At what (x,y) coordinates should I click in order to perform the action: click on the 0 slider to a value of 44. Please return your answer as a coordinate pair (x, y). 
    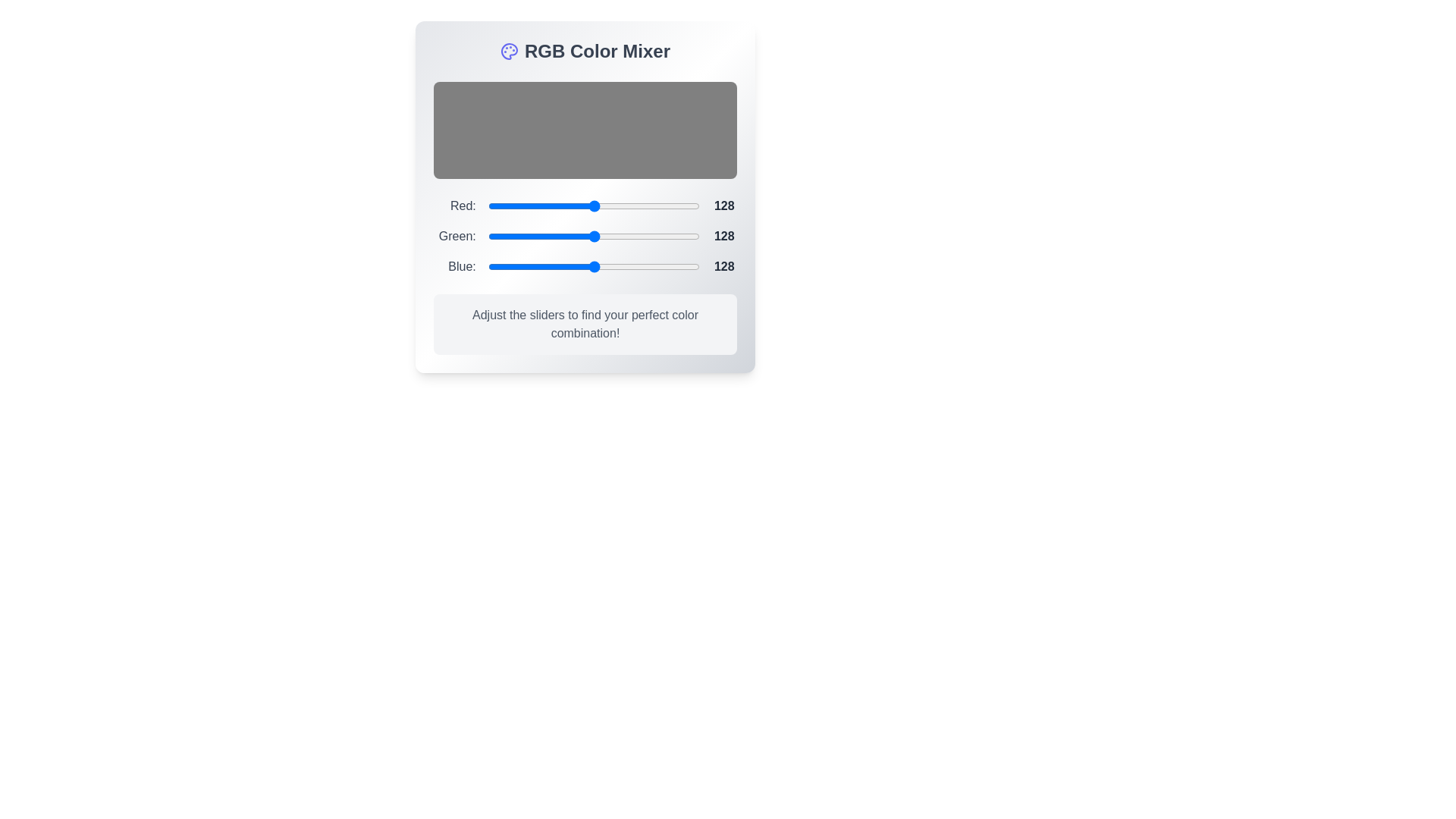
    Looking at the image, I should click on (612, 206).